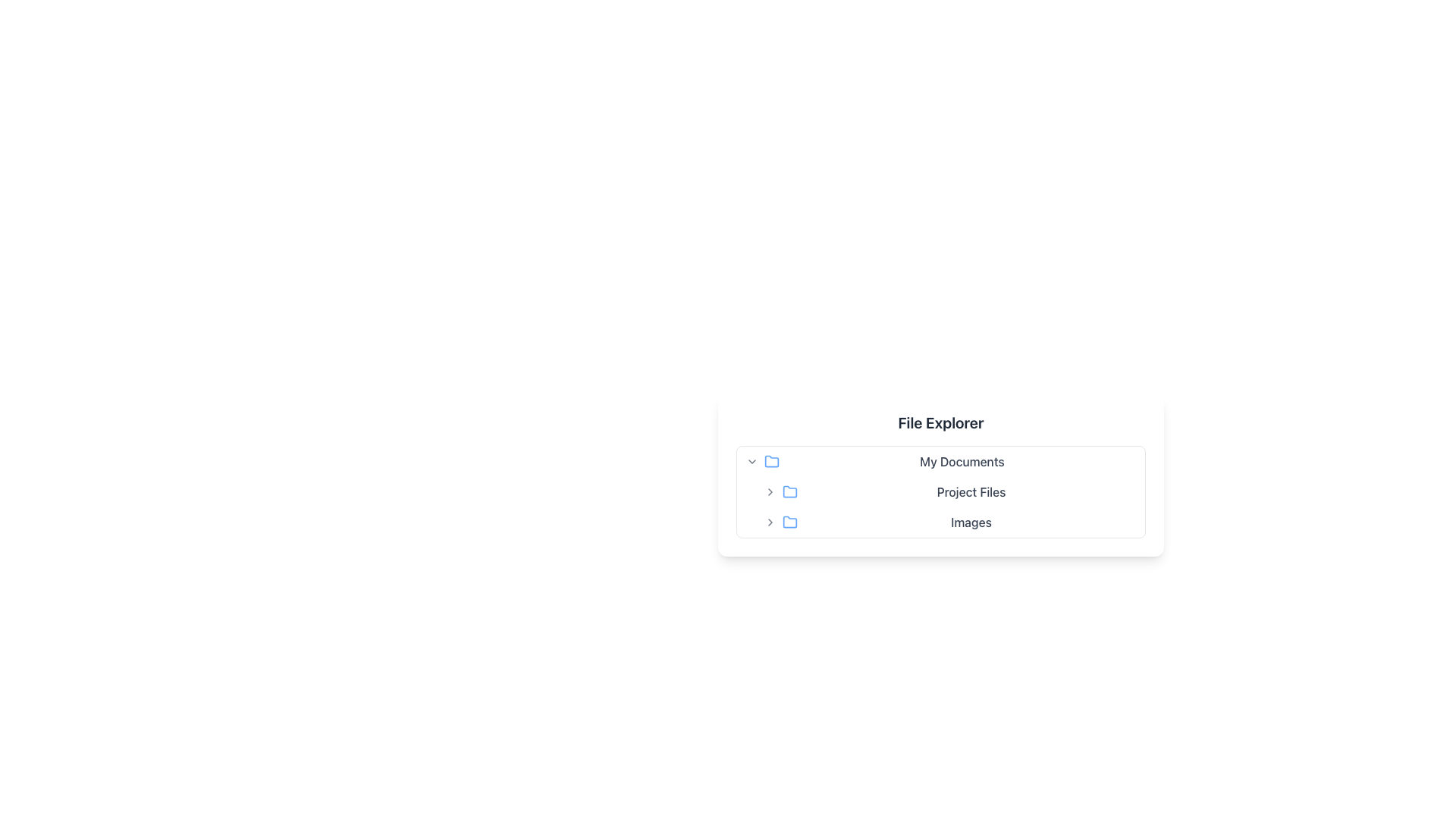 The image size is (1456, 819). Describe the element at coordinates (949, 491) in the screenshot. I see `the label for the folder named 'Project Files' in the file explorer` at that location.